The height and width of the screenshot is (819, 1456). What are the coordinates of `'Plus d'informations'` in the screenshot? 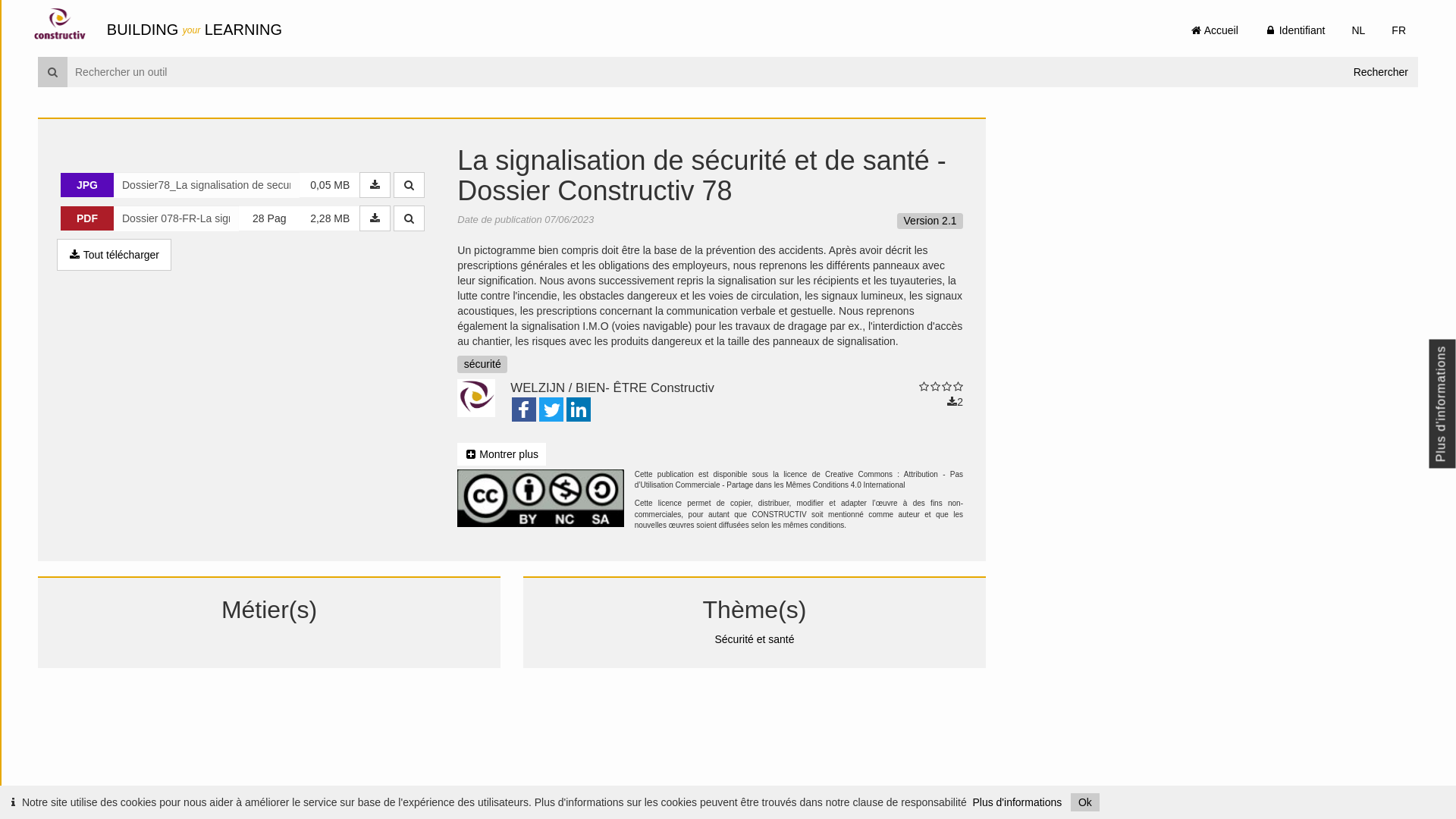 It's located at (1016, 801).